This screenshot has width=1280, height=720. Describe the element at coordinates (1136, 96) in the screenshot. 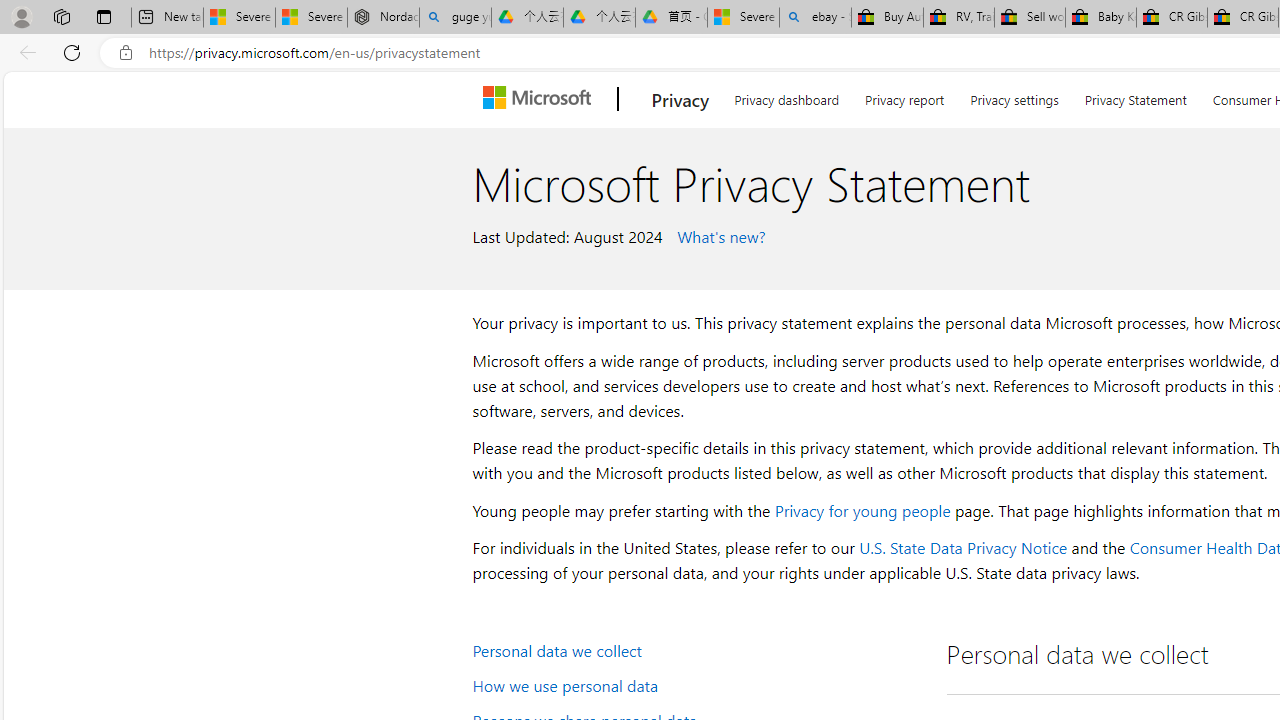

I see `'Privacy Statement'` at that location.